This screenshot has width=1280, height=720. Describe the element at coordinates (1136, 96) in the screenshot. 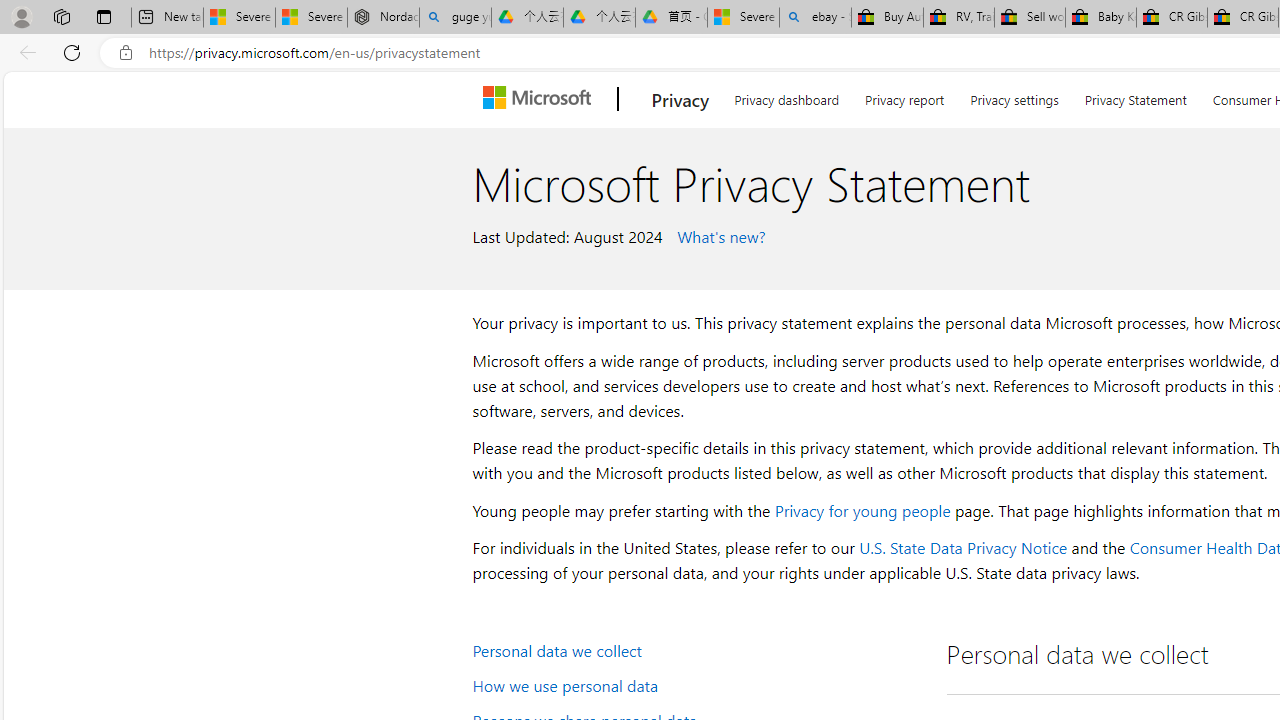

I see `'Privacy Statement'` at that location.